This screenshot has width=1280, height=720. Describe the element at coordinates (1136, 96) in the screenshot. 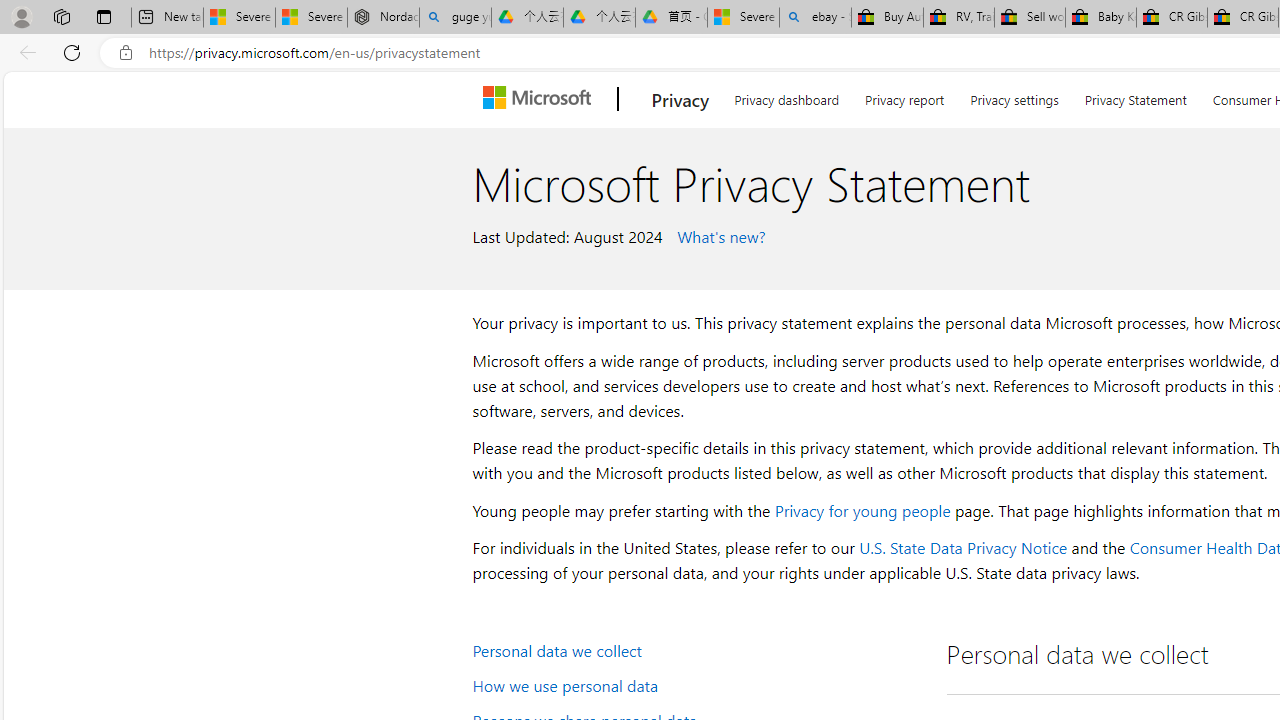

I see `'Privacy Statement'` at that location.